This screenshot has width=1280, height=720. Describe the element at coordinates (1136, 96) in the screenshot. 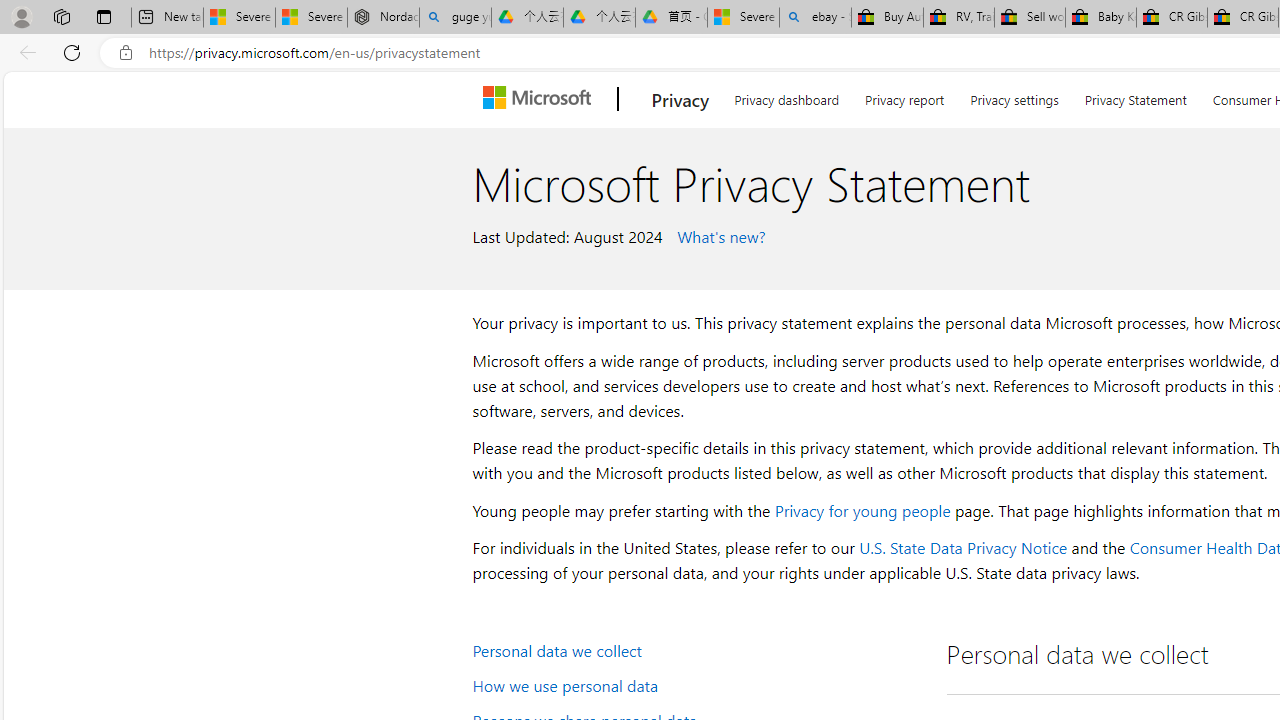

I see `'Privacy Statement'` at that location.